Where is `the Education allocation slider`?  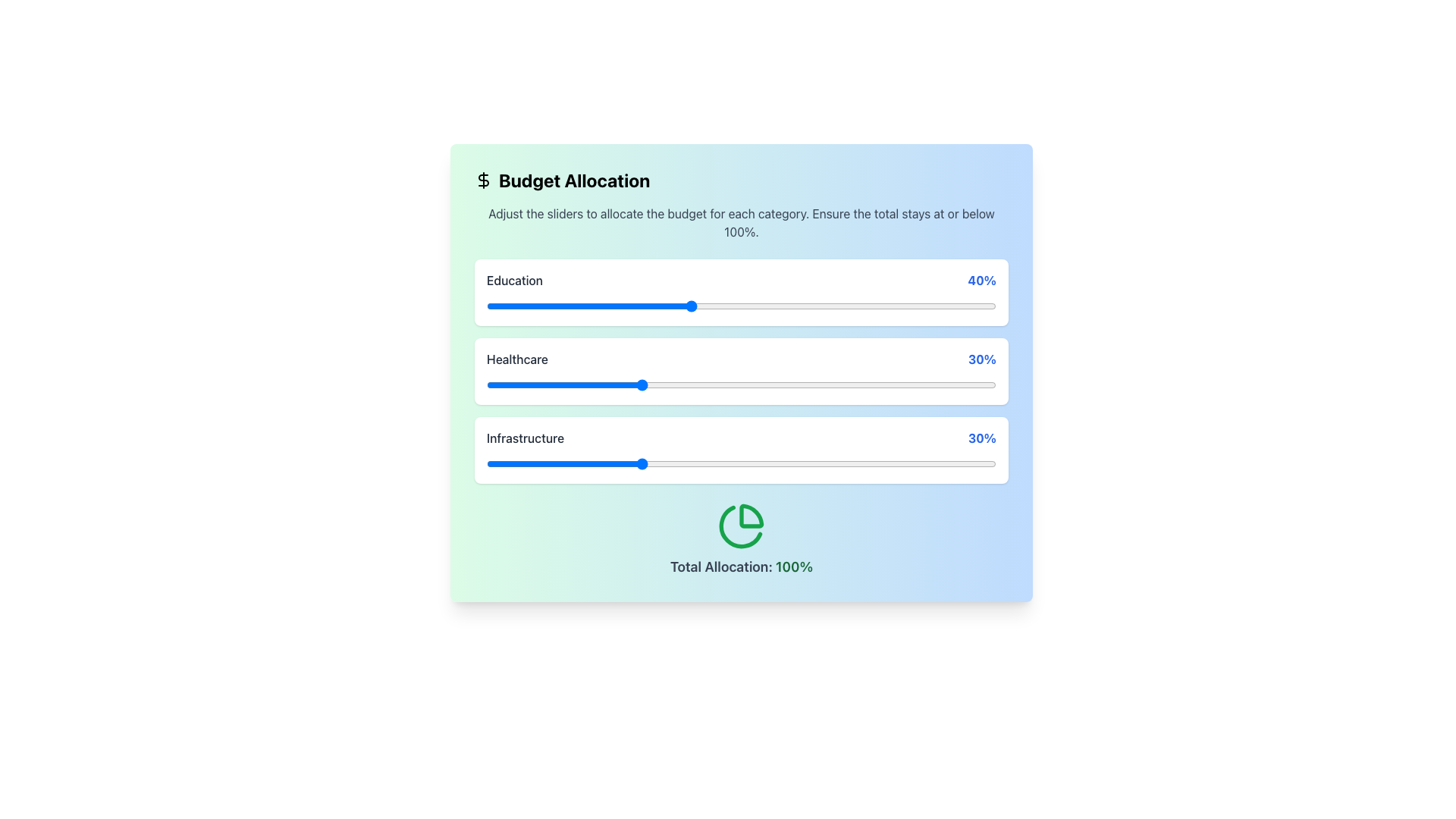 the Education allocation slider is located at coordinates (624, 306).